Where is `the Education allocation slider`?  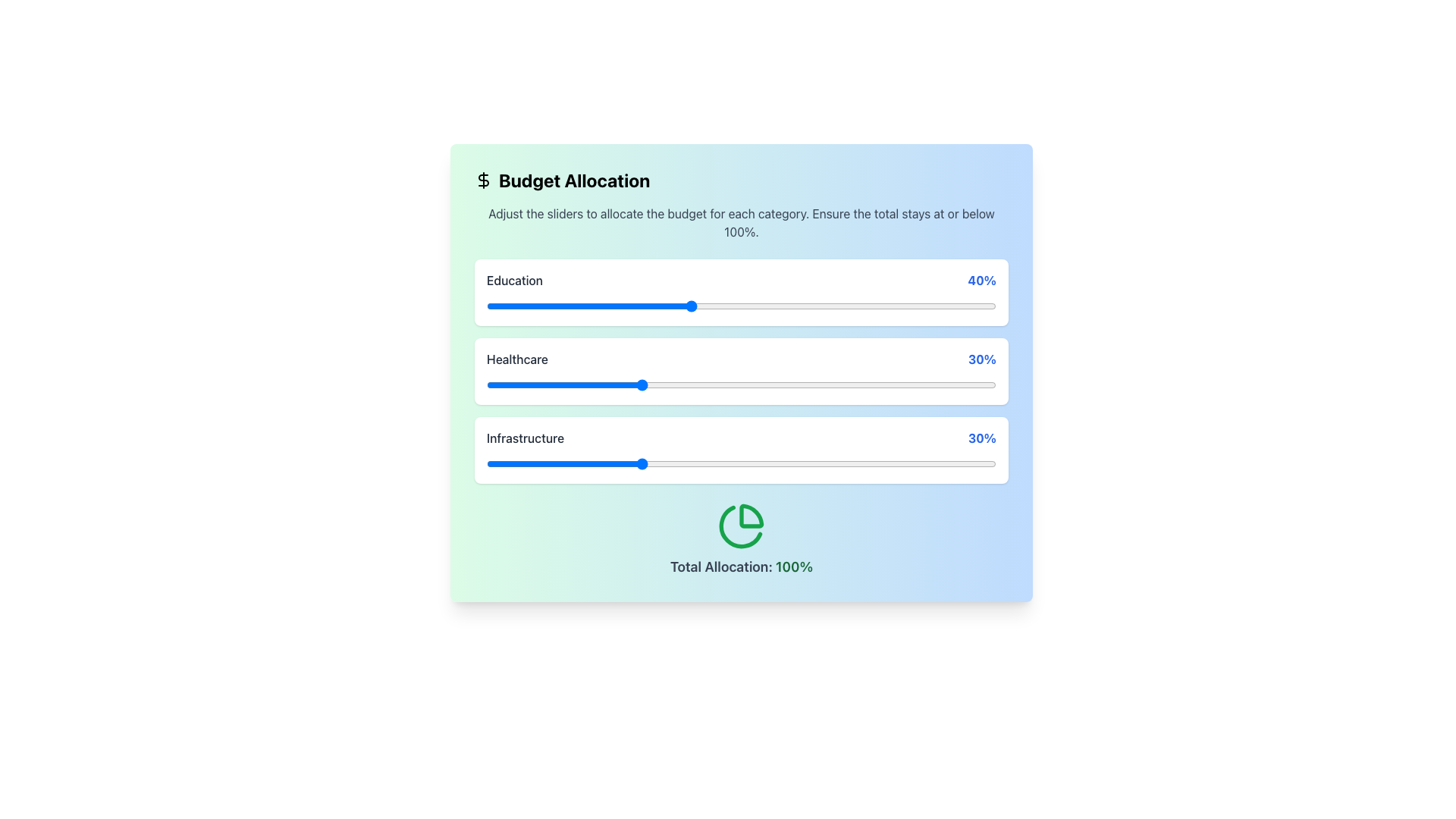 the Education allocation slider is located at coordinates (624, 306).